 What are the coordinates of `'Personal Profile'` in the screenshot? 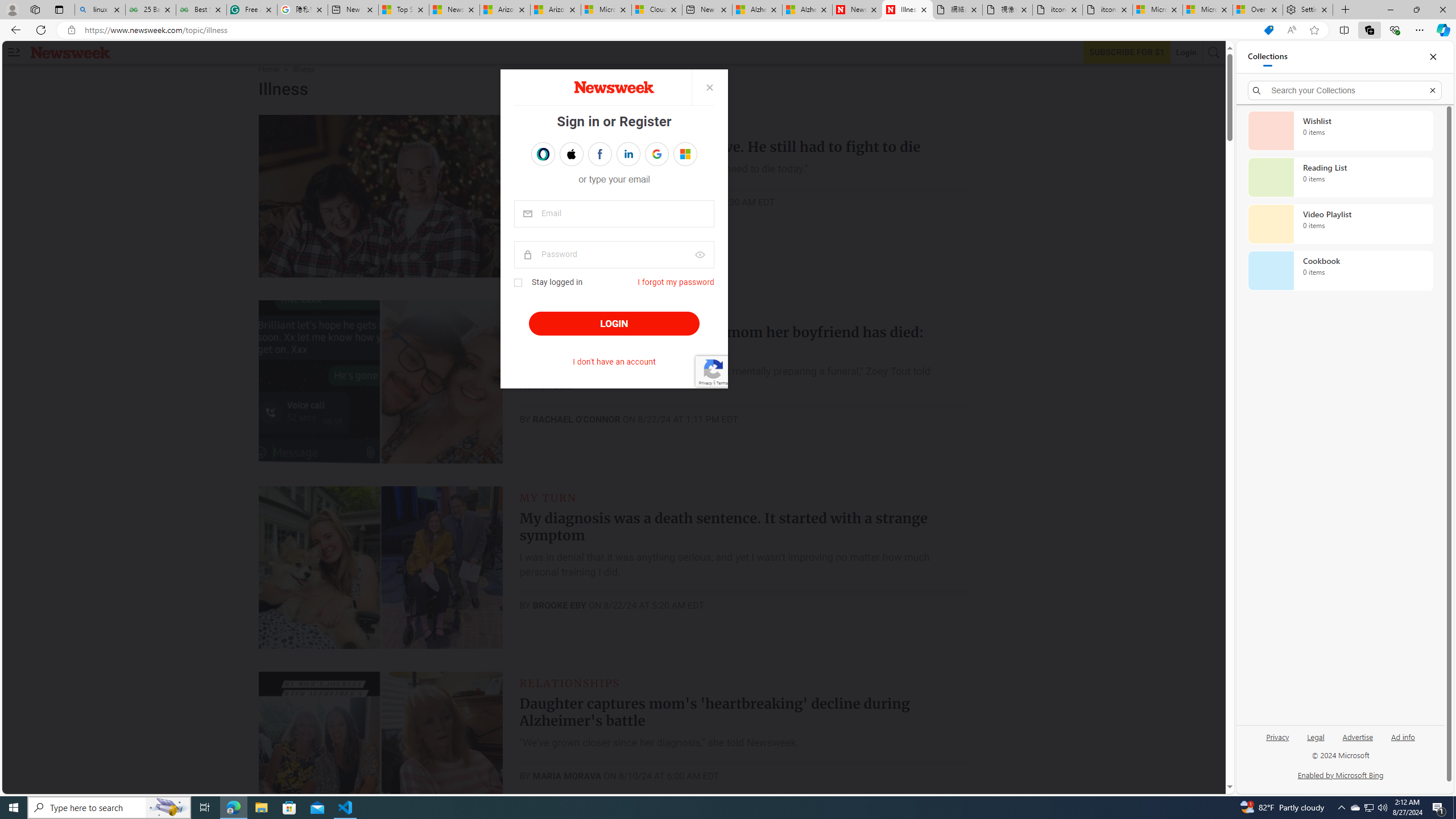 It's located at (11, 9).